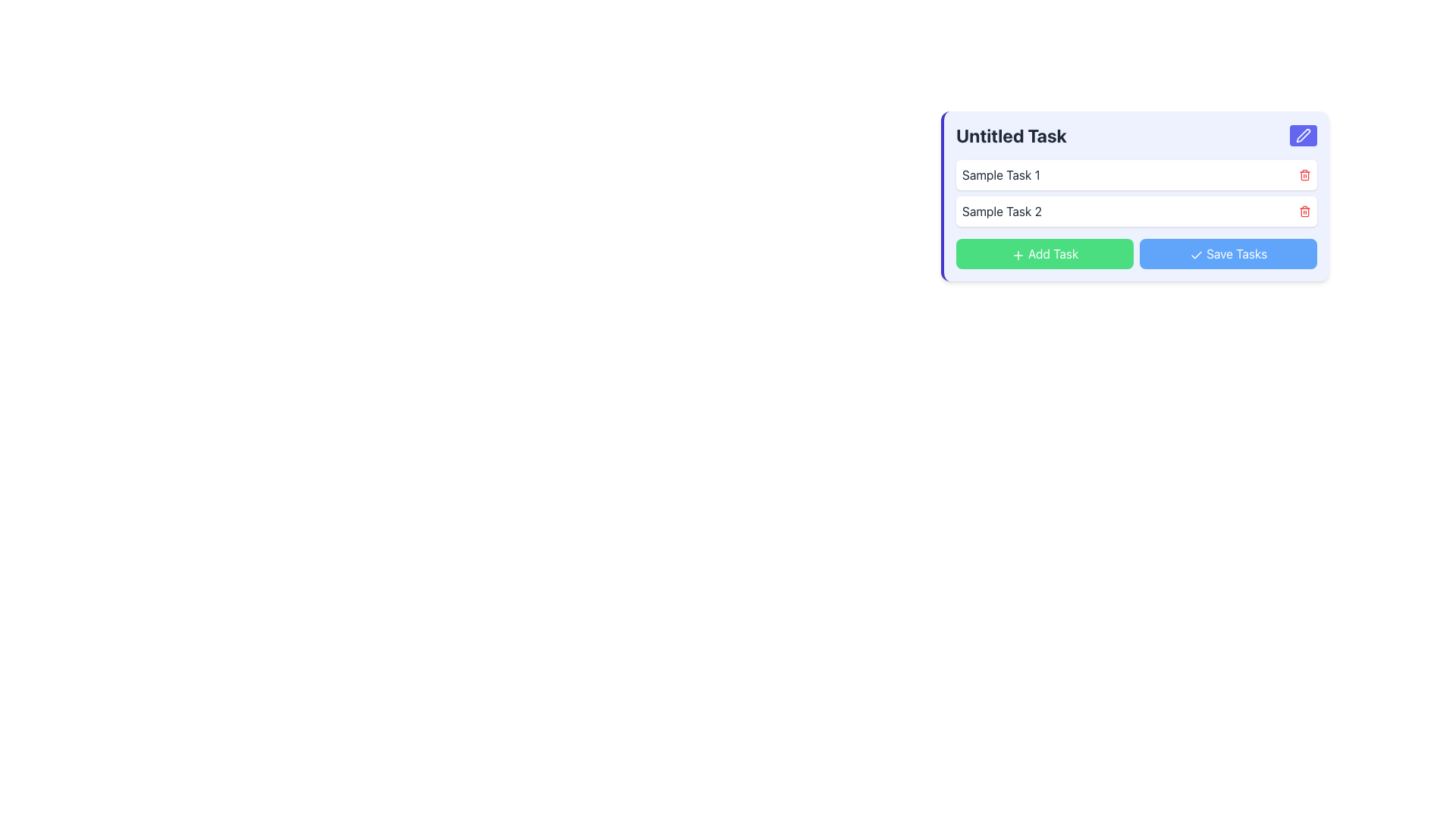 The width and height of the screenshot is (1456, 819). What do you see at coordinates (1002, 211) in the screenshot?
I see `the static text label displaying 'Sample Task 2', which is the second task item in the visible task list interface` at bounding box center [1002, 211].